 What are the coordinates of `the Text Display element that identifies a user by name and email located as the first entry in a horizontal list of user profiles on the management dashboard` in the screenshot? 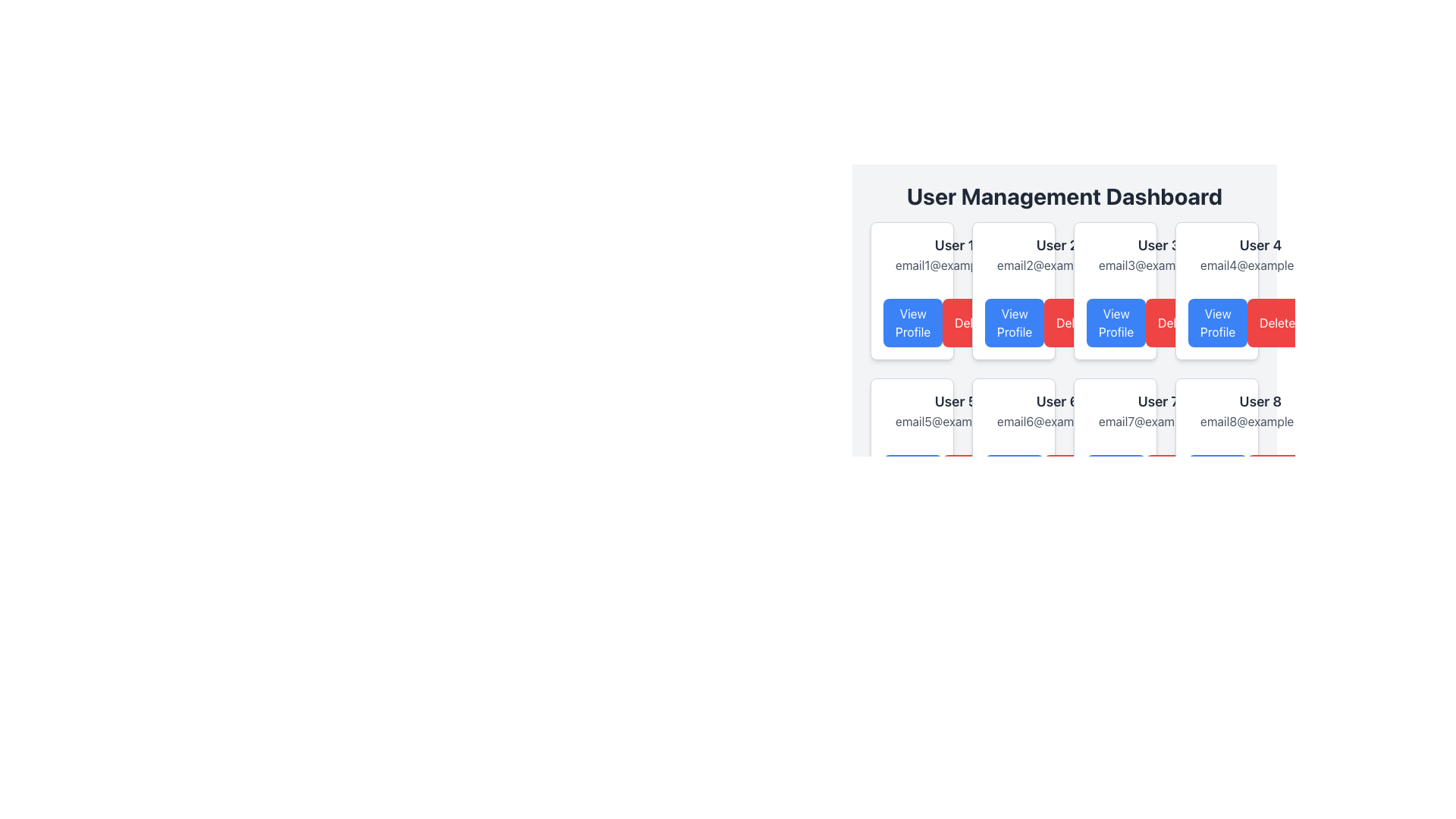 It's located at (953, 253).